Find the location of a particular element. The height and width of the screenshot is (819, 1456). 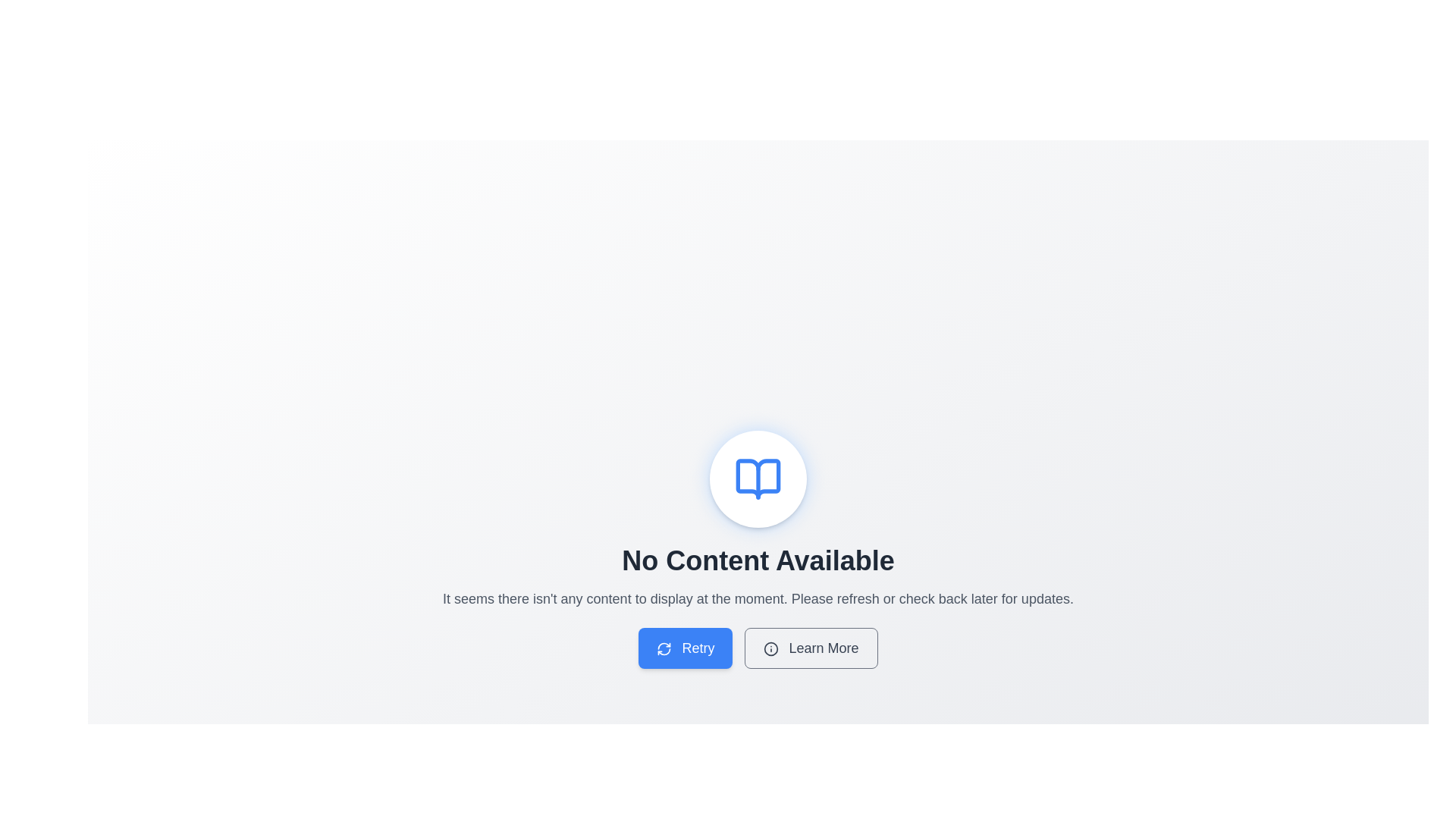

the 'Learn More' button, which is a rectangular button with gray border and contains the text 'Learn More' along with an information icon on its left is located at coordinates (811, 648).